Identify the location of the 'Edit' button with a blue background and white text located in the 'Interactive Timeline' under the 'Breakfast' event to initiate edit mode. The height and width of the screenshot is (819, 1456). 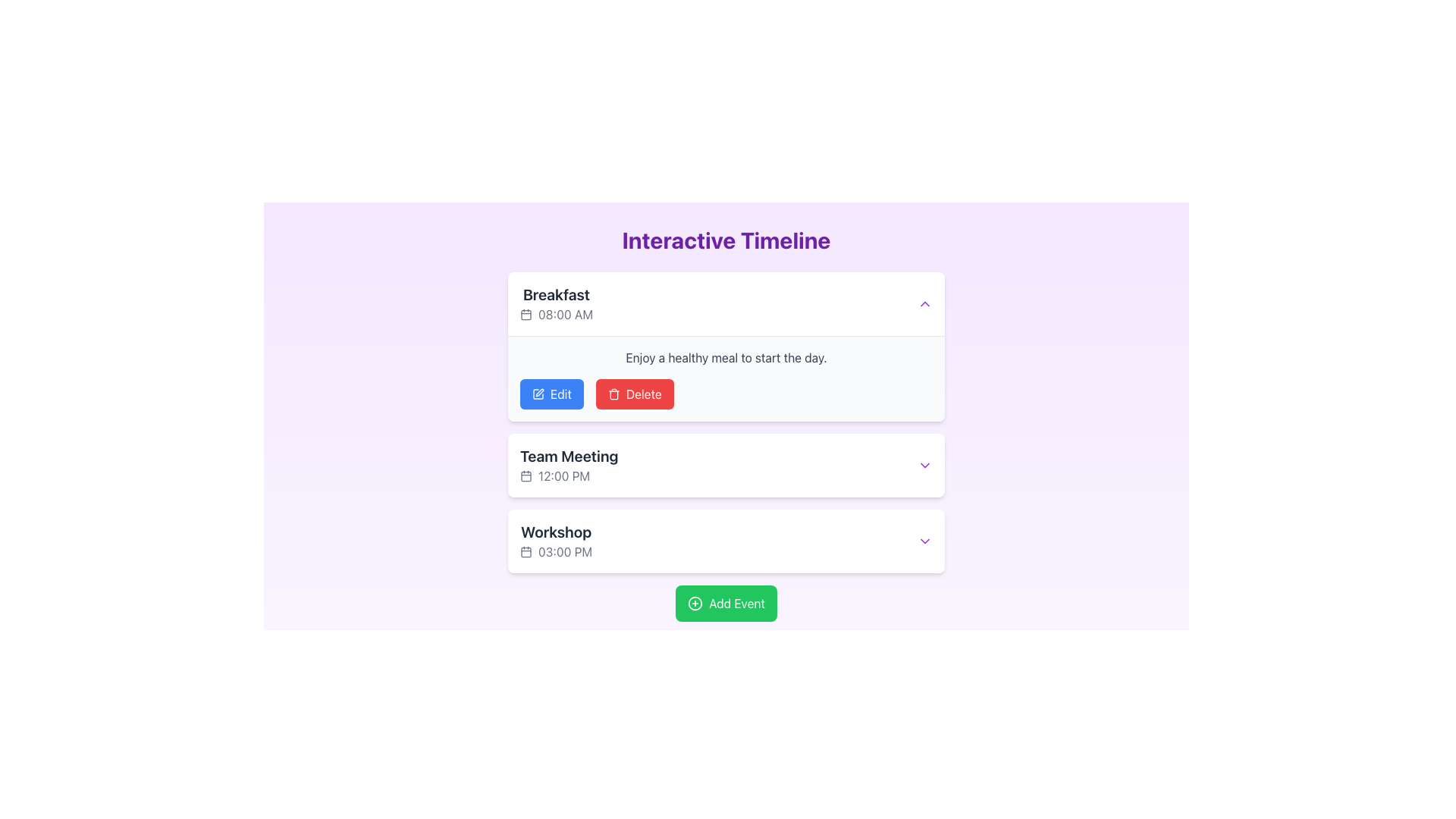
(551, 394).